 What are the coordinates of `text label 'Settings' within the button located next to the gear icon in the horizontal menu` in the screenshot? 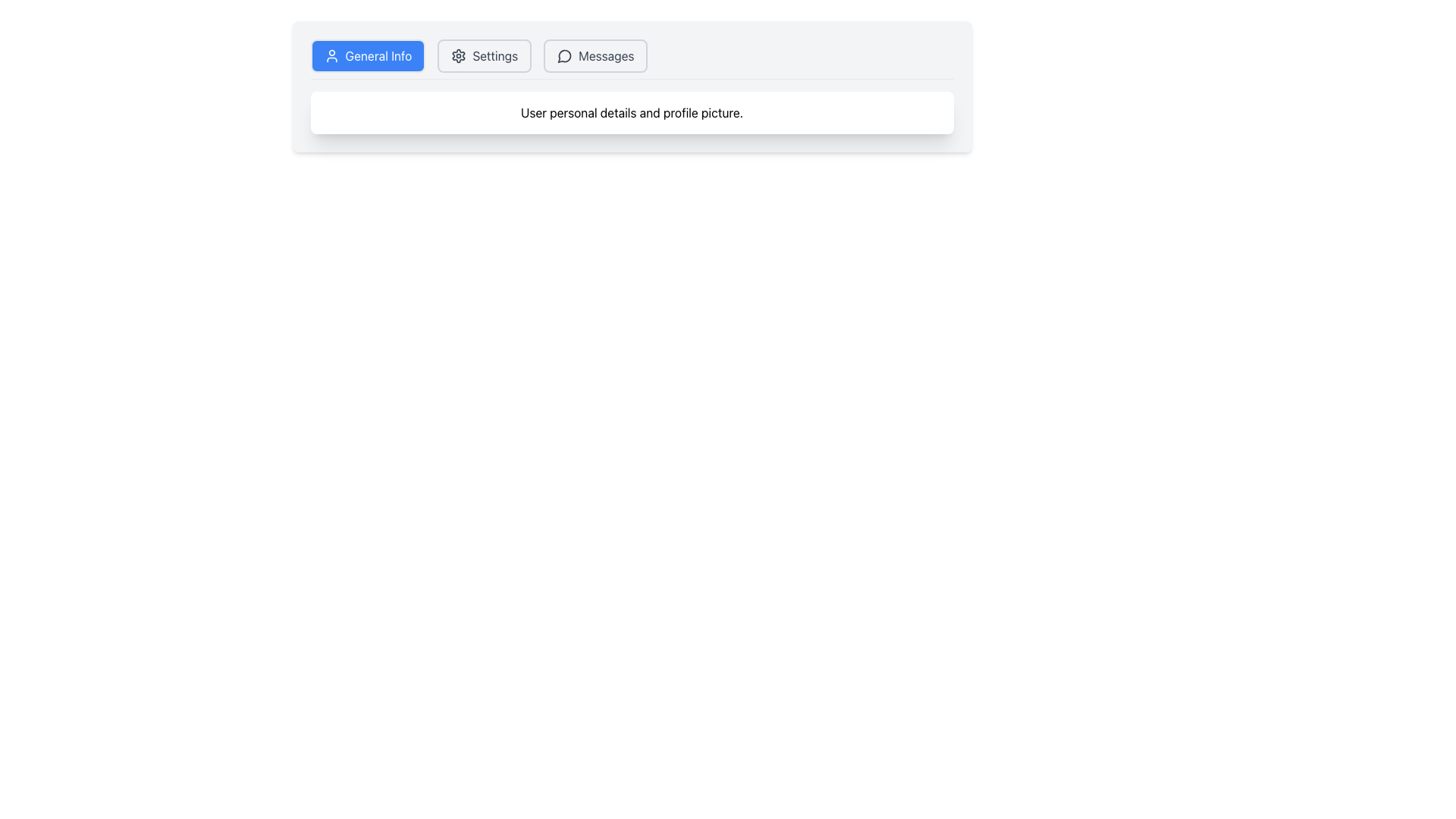 It's located at (495, 55).